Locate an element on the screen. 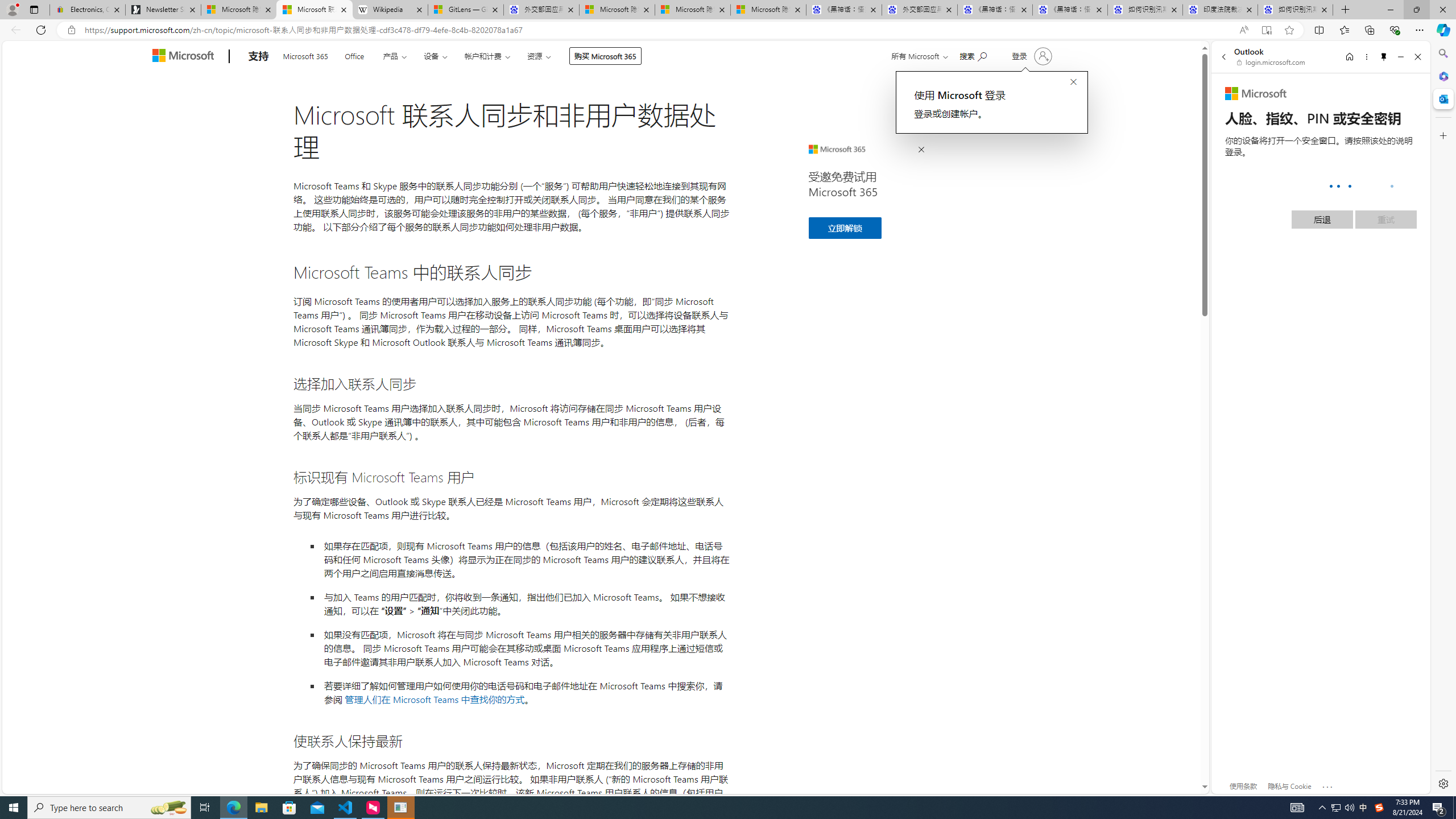  'Unpin side pane' is located at coordinates (1384, 56).